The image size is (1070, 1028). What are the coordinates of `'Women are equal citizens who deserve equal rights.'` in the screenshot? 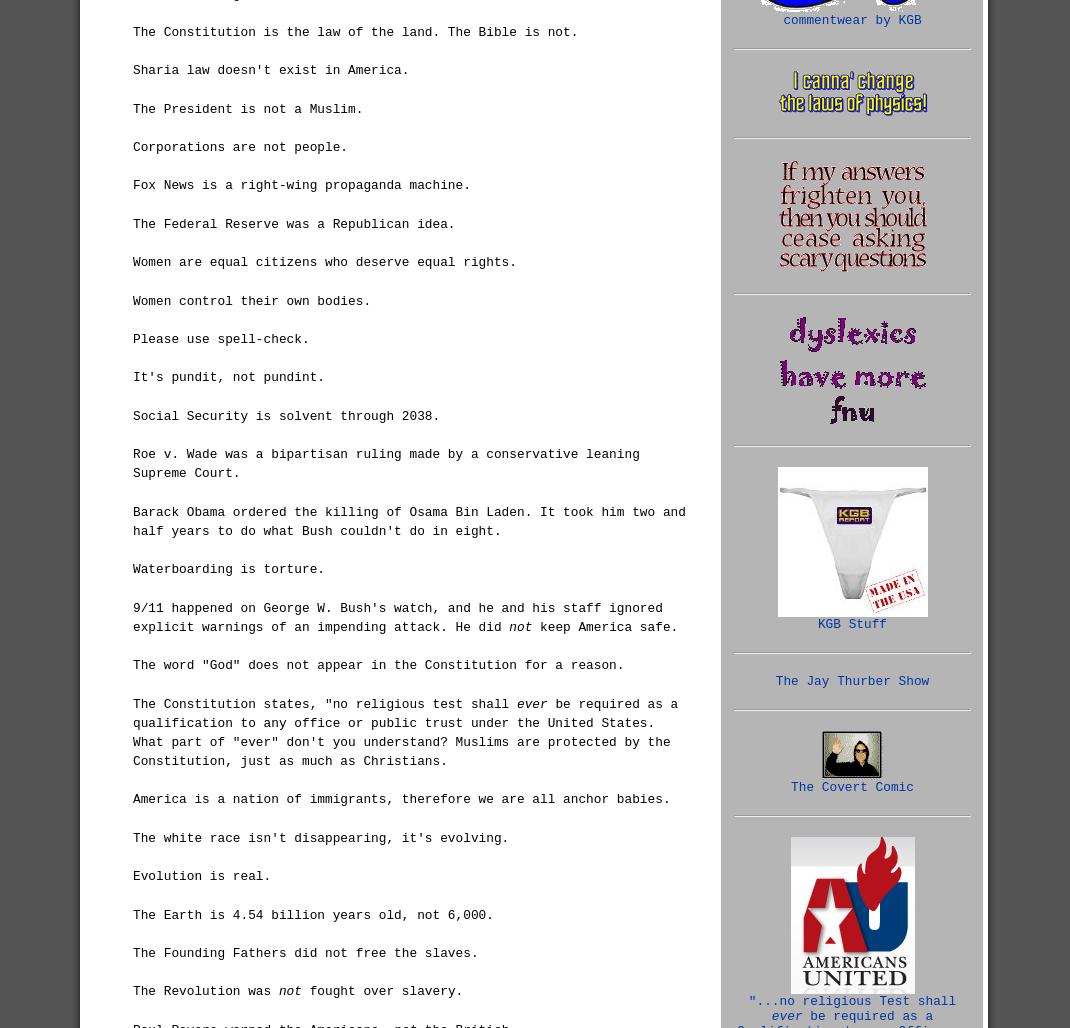 It's located at (324, 262).